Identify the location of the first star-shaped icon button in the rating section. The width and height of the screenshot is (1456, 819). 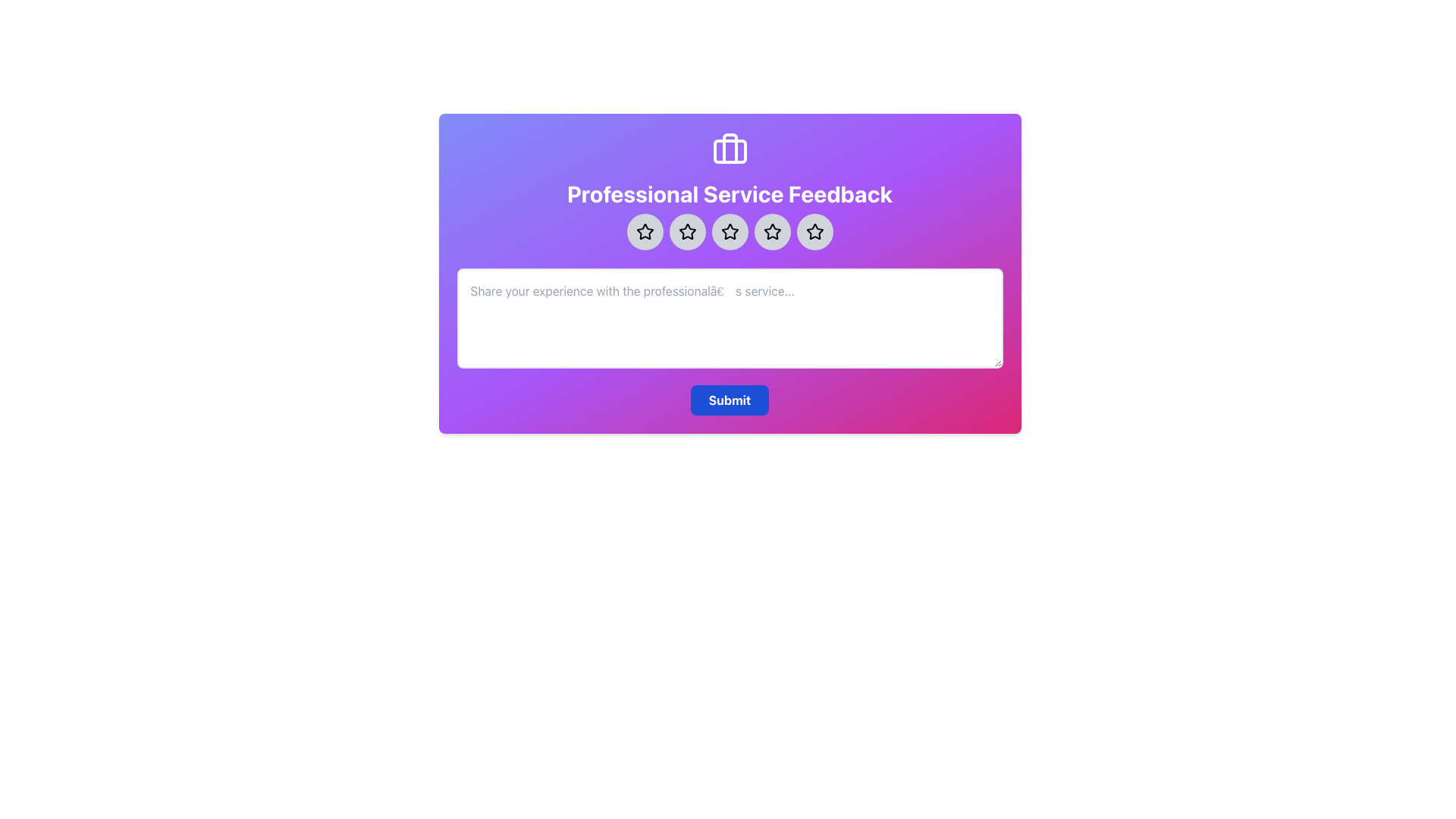
(645, 231).